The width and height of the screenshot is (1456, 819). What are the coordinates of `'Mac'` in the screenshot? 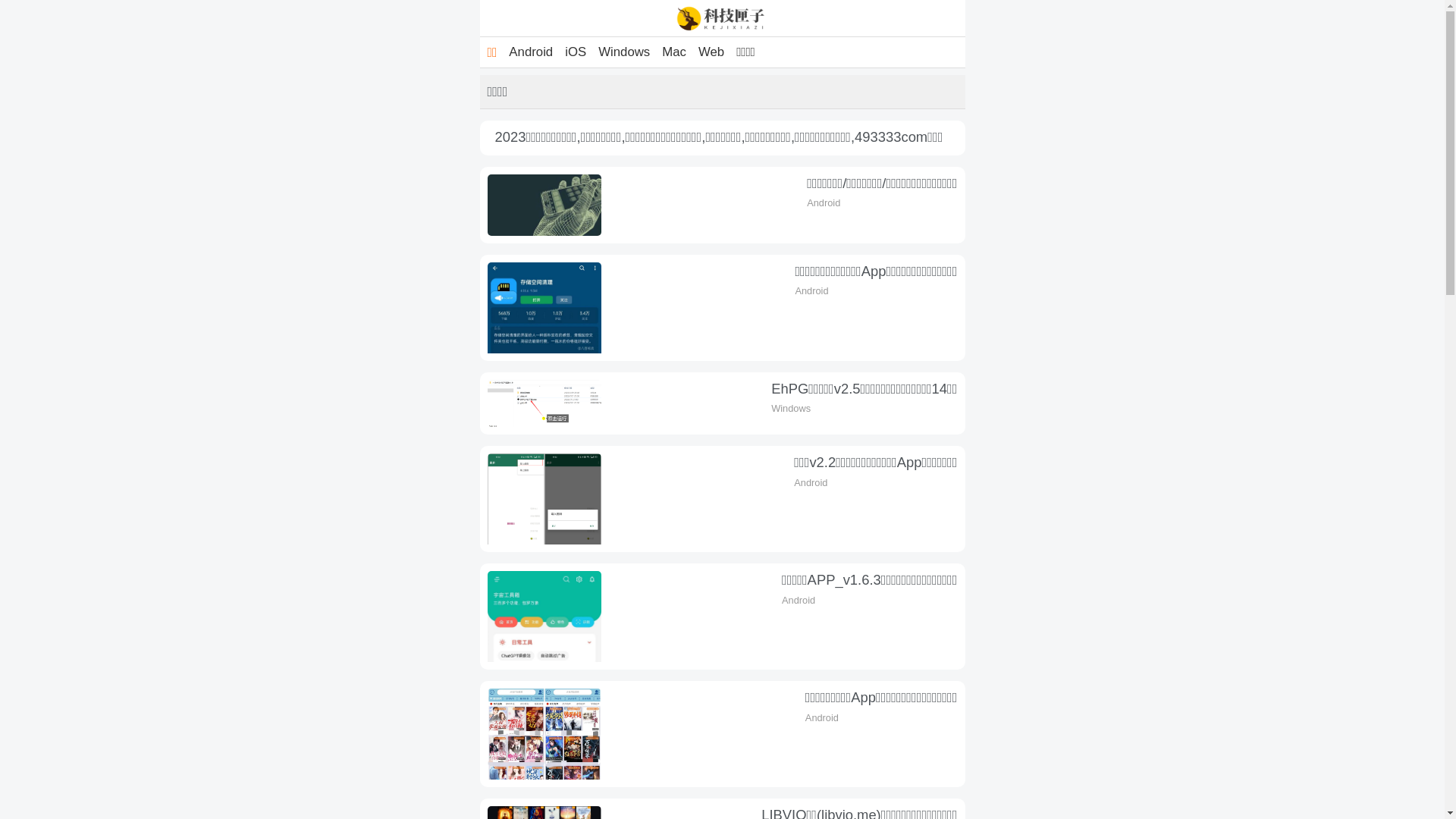 It's located at (673, 52).